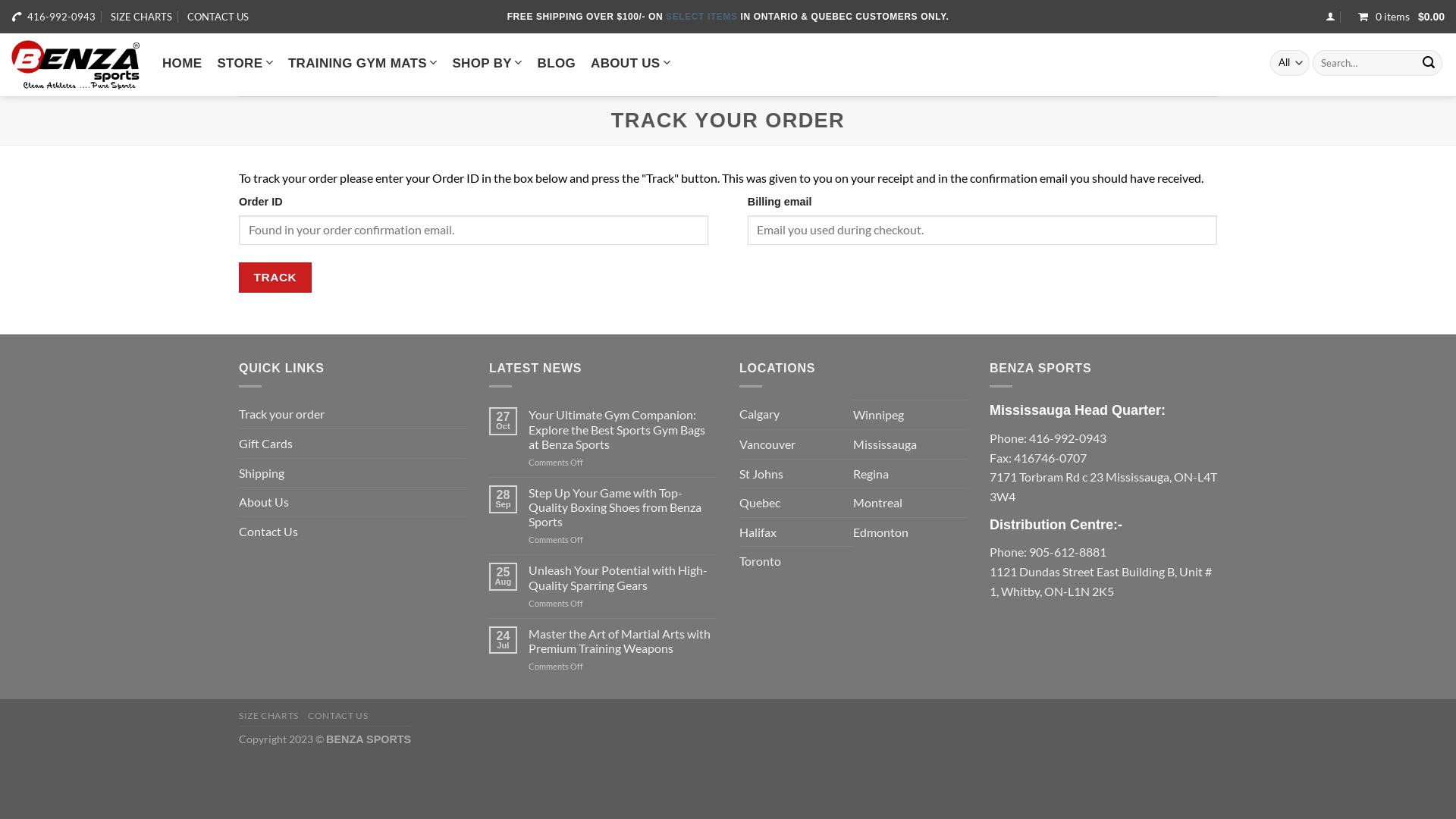 The width and height of the screenshot is (1456, 819). What do you see at coordinates (878, 415) in the screenshot?
I see `'Winnipeg'` at bounding box center [878, 415].